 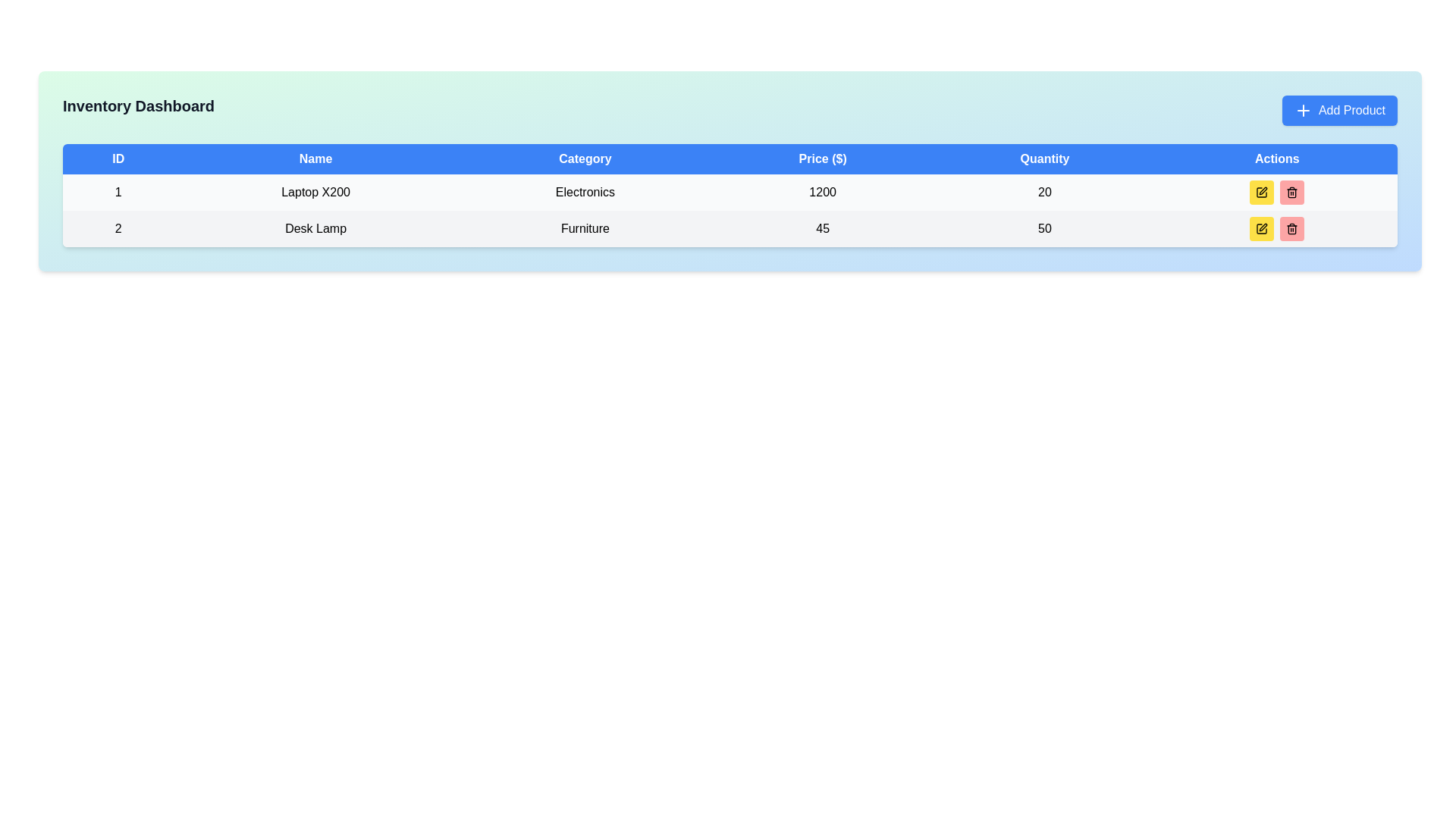 What do you see at coordinates (1262, 192) in the screenshot?
I see `the vector graphic element representing the edit button in the actions column of the second row in the product listing table` at bounding box center [1262, 192].